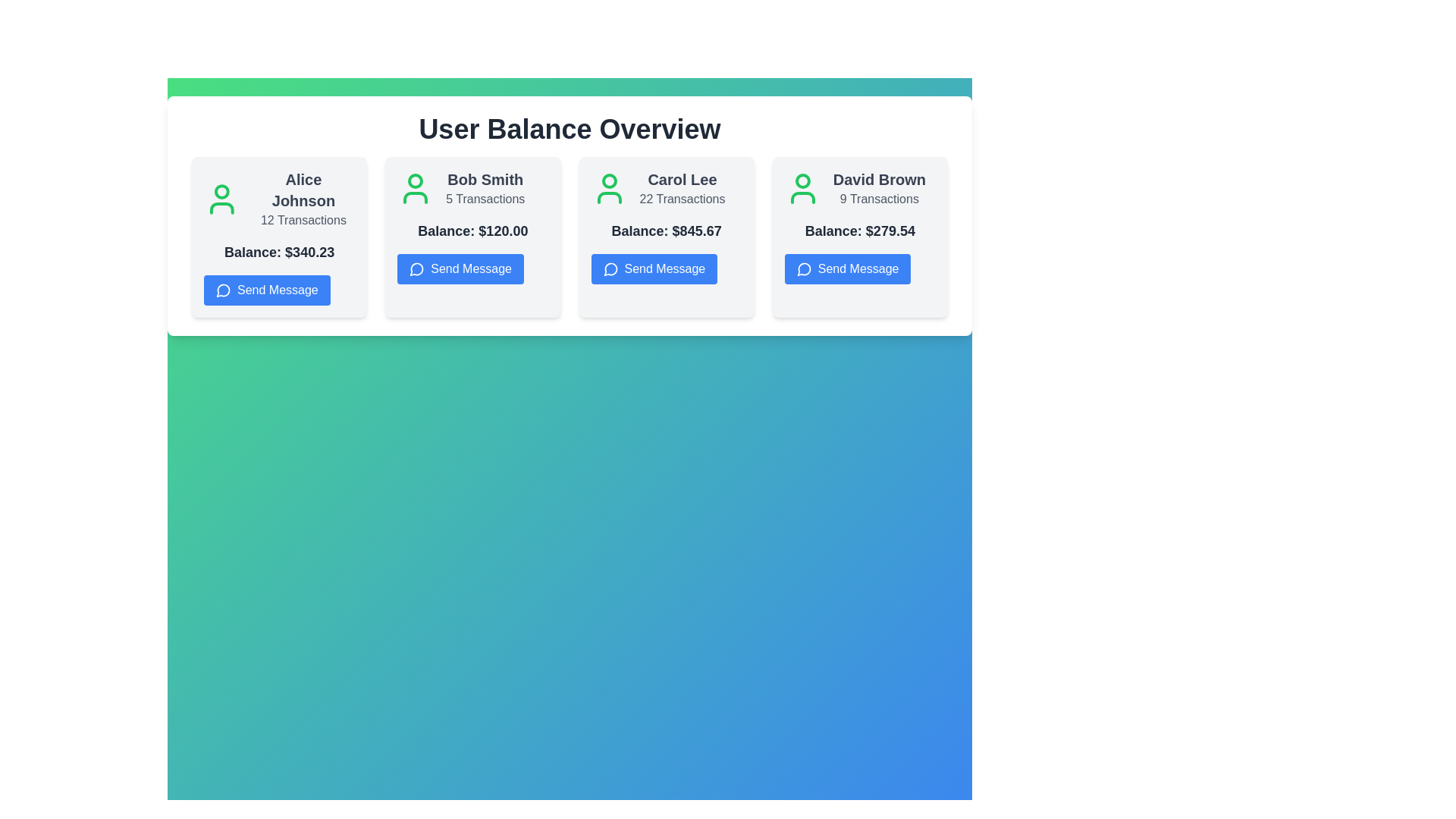  I want to click on the blue rectangular button labeled 'Send Message' with a messaging icon, so click(654, 268).